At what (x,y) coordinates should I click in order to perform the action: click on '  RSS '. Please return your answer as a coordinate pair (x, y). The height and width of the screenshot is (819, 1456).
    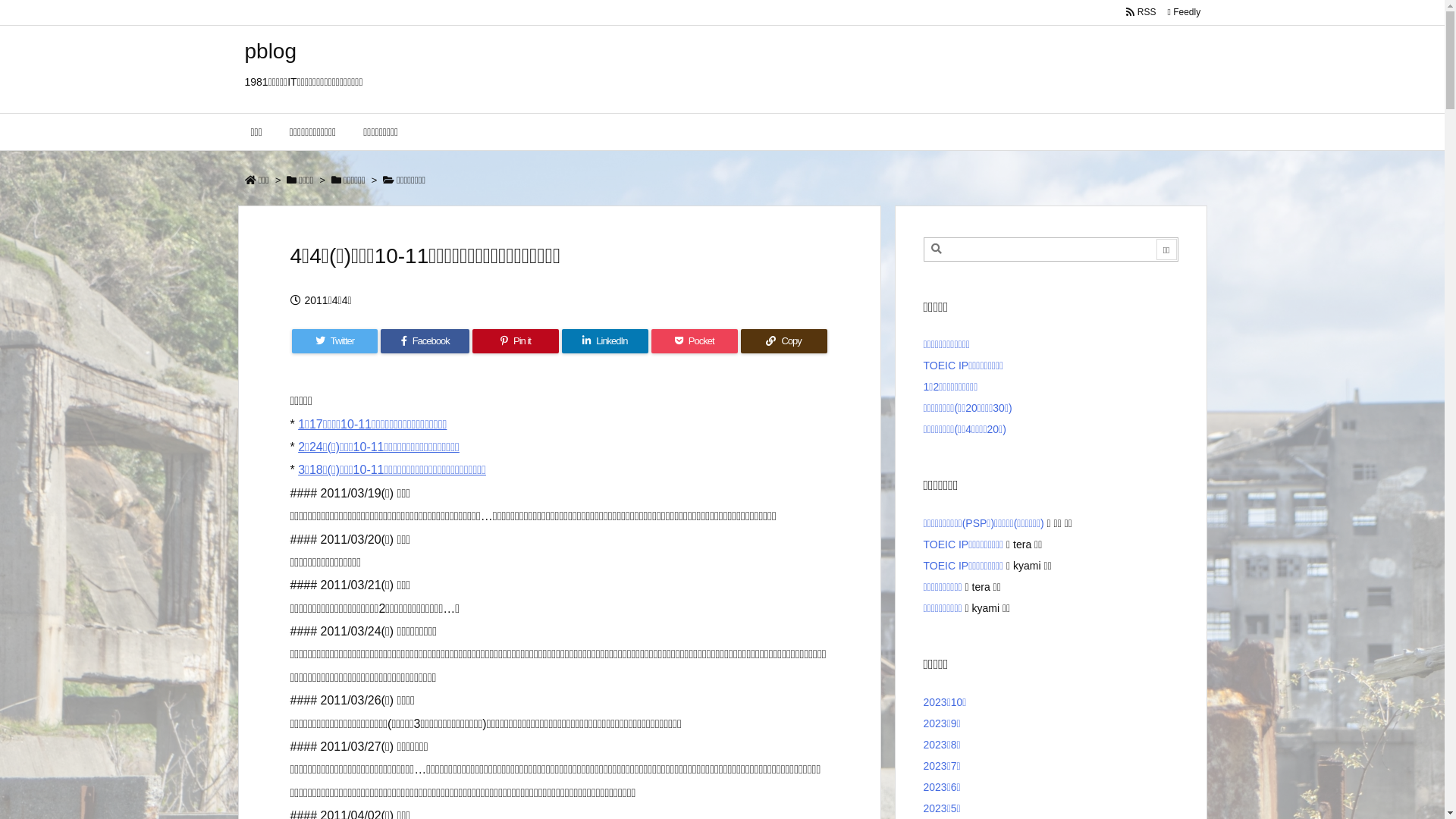
    Looking at the image, I should click on (1141, 11).